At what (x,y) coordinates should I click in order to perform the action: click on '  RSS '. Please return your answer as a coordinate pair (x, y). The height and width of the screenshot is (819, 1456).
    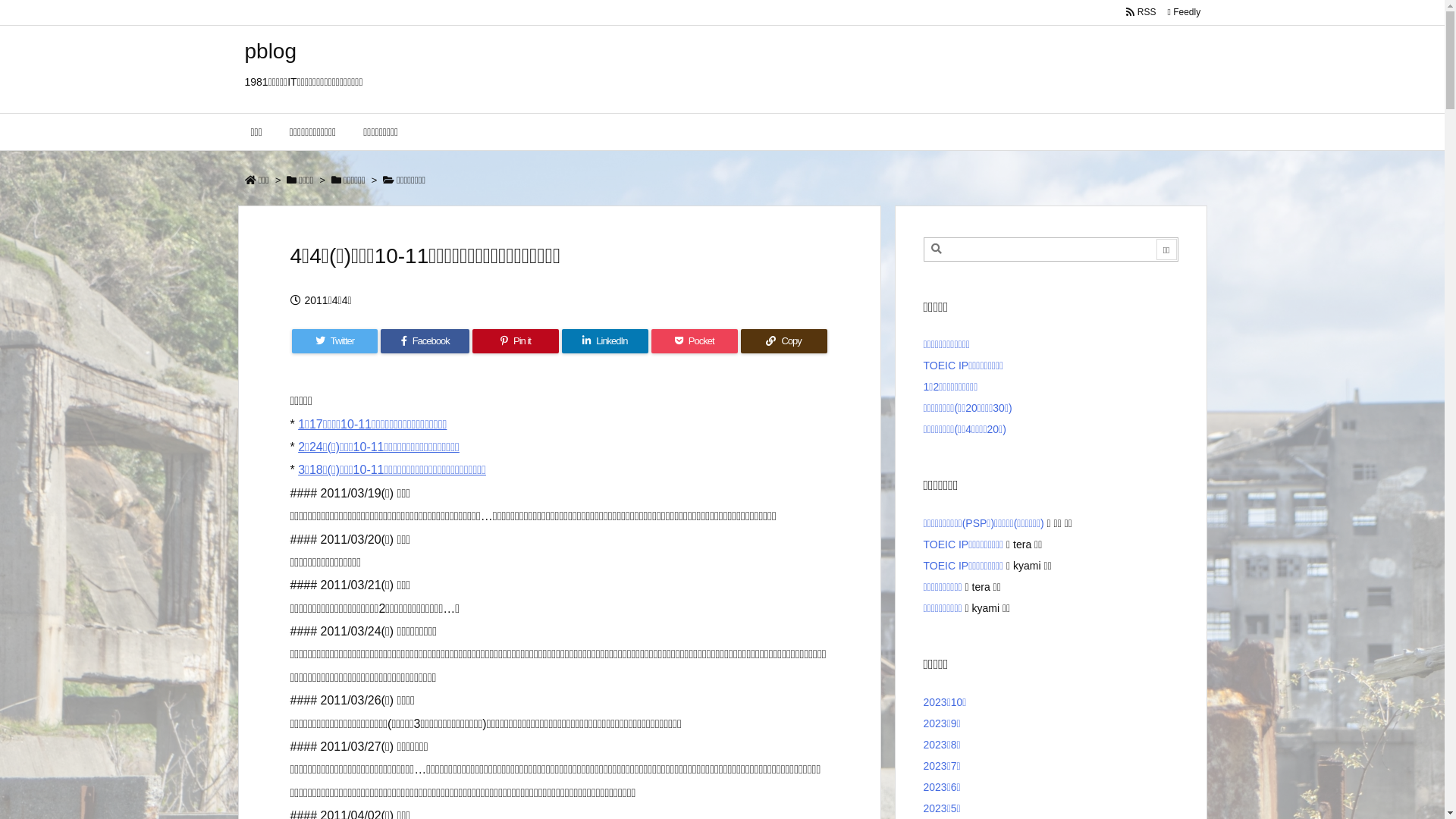
    Looking at the image, I should click on (1141, 11).